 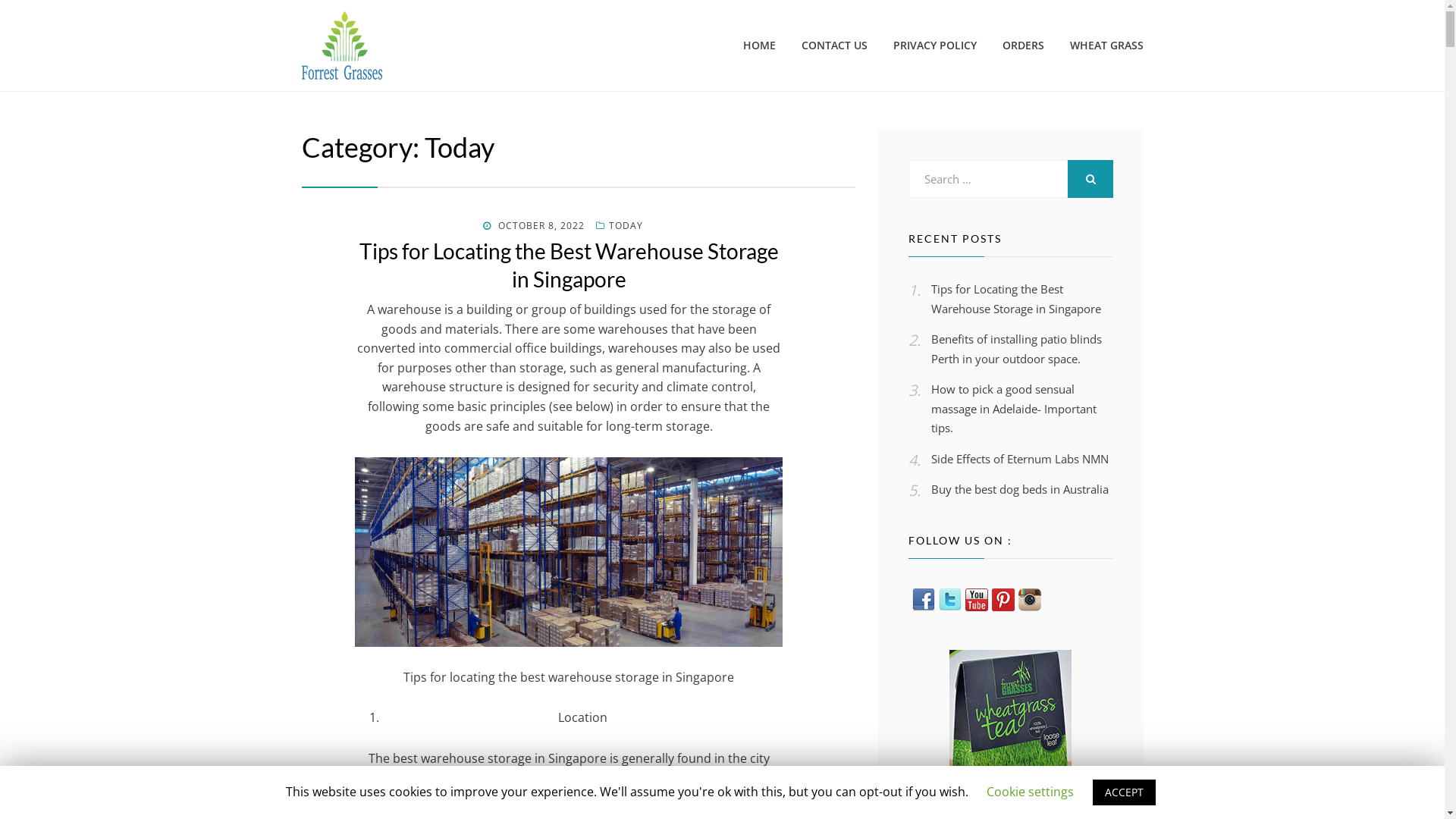 What do you see at coordinates (1100, 45) in the screenshot?
I see `'WHEAT GRASS'` at bounding box center [1100, 45].